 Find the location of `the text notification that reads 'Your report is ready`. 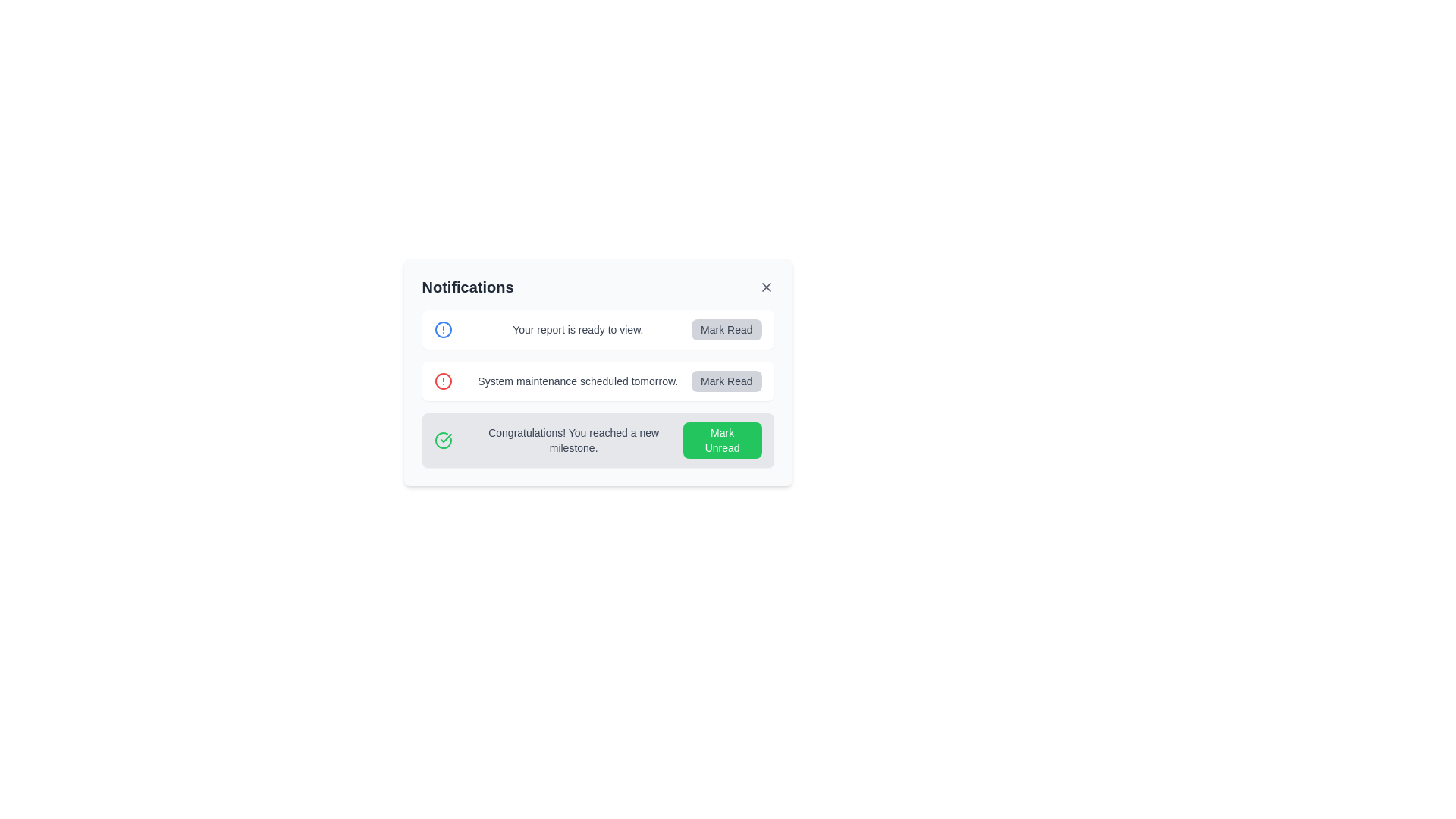

the text notification that reads 'Your report is ready is located at coordinates (577, 329).